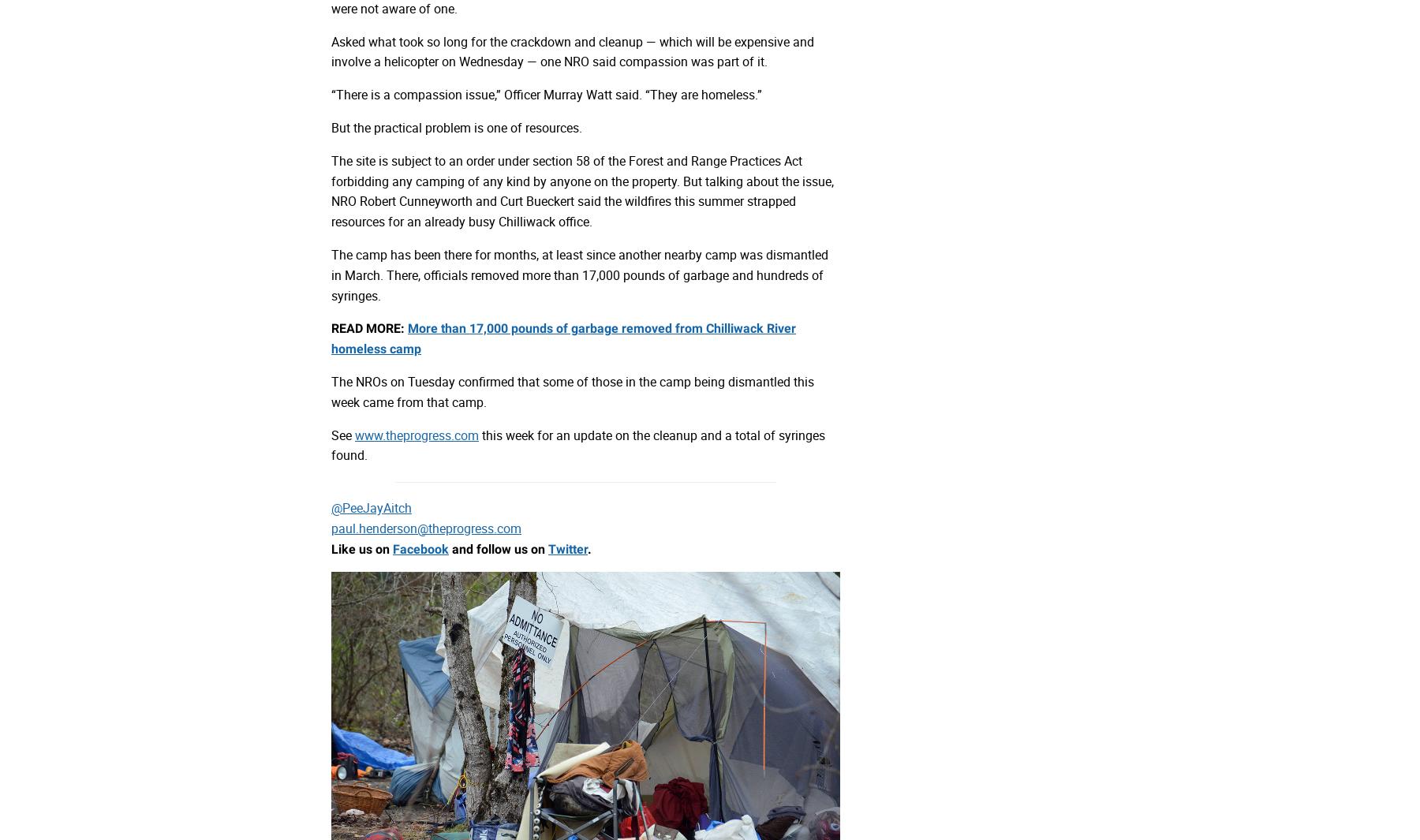 The height and width of the screenshot is (840, 1420). I want to click on 'But the practical problem is one of resources.', so click(331, 126).